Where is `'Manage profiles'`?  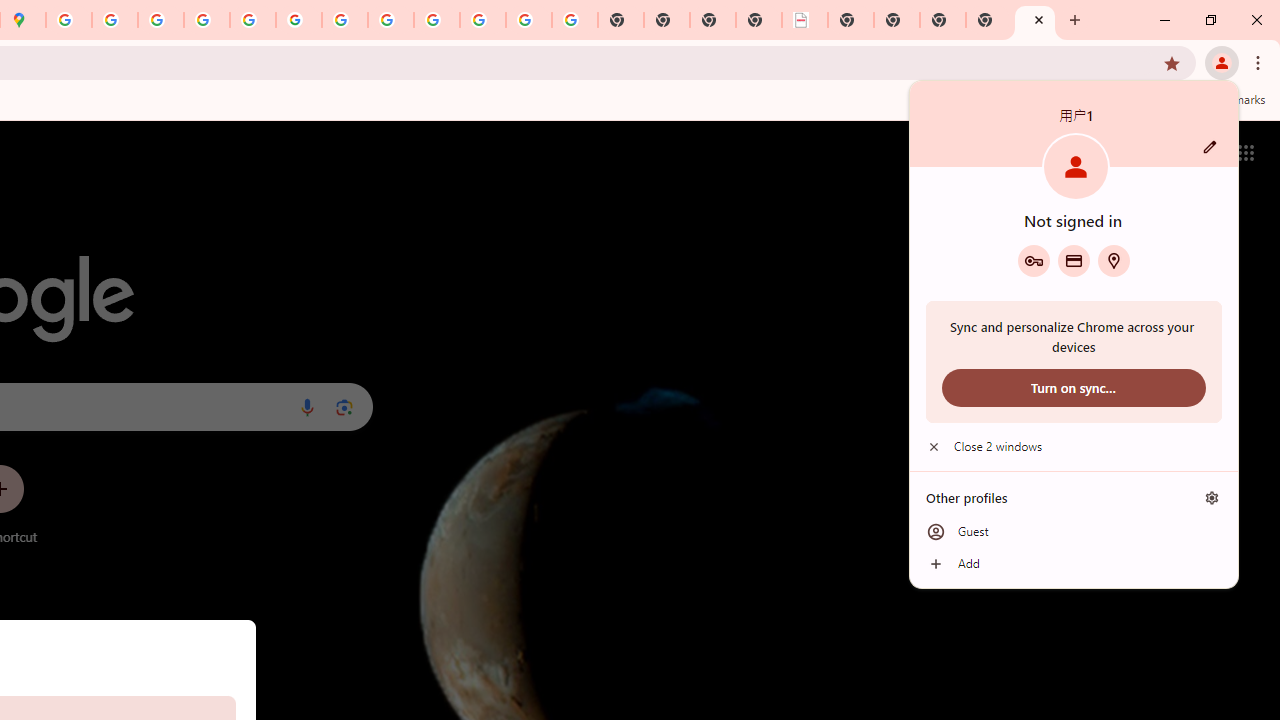
'Manage profiles' is located at coordinates (1211, 497).